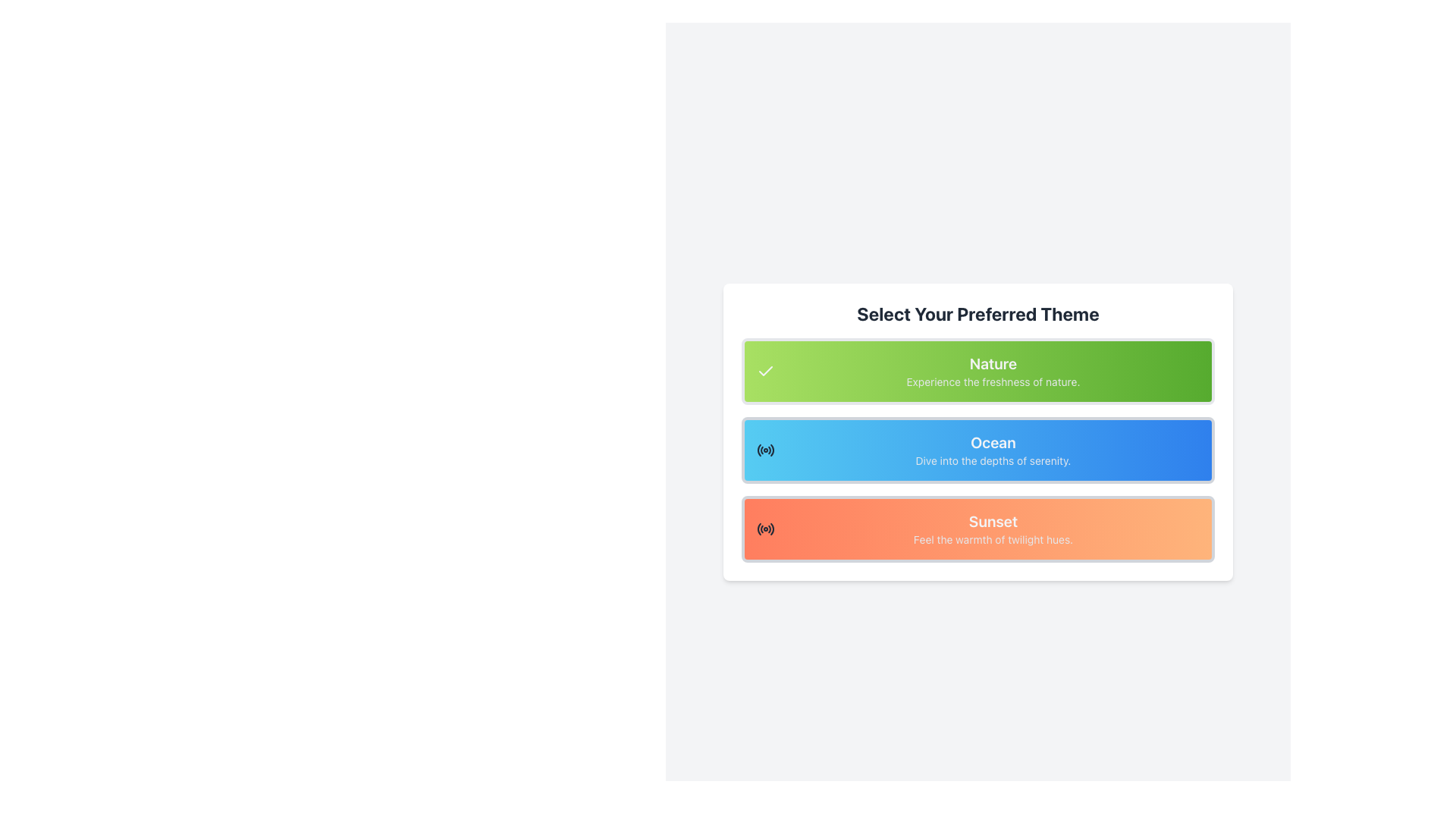  Describe the element at coordinates (978, 450) in the screenshot. I see `the 'Ocean' selectable button for keyboard navigation` at that location.